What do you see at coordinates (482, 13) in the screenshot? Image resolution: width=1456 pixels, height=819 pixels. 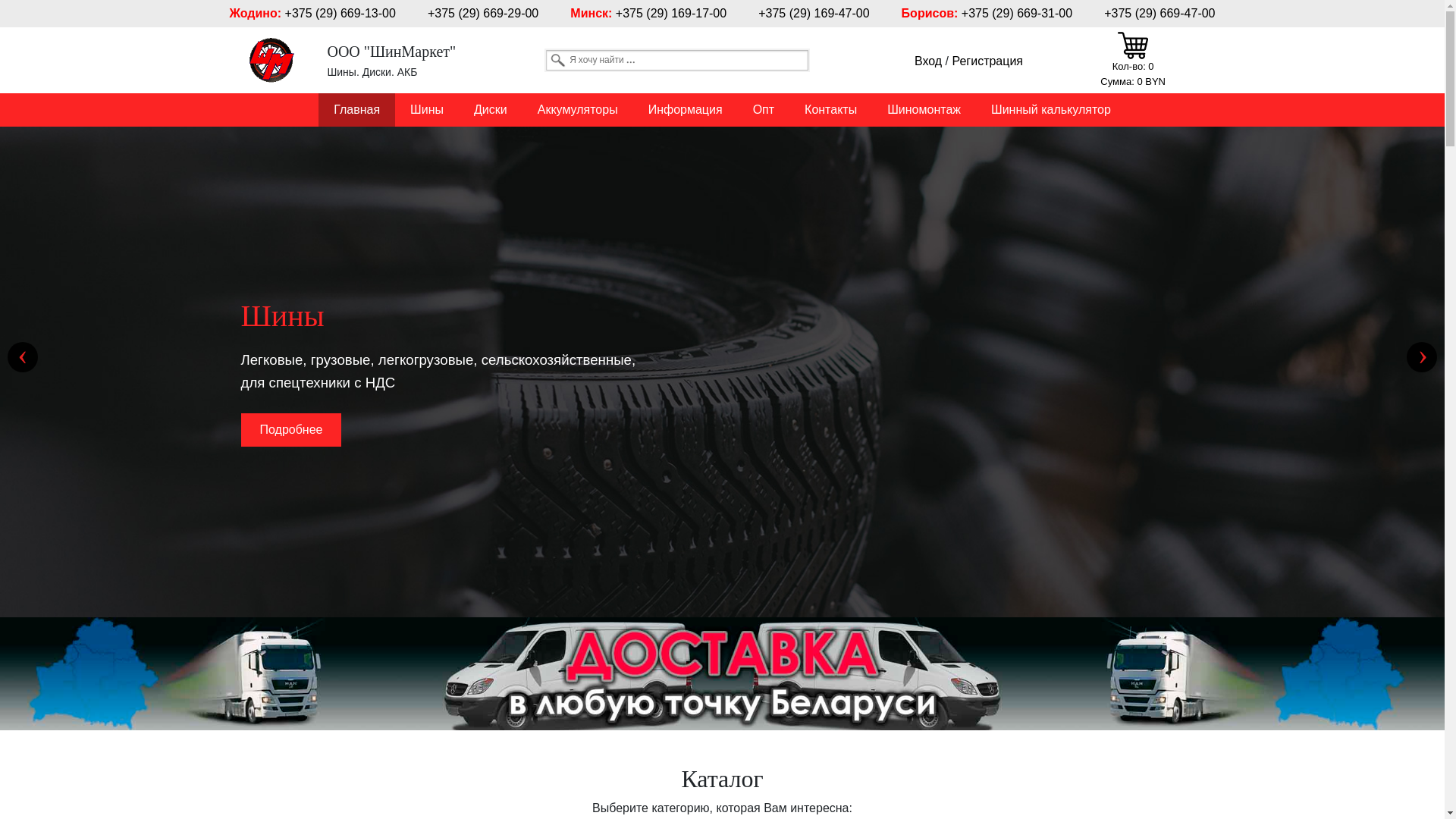 I see `'+375 (29) 669-29-00'` at bounding box center [482, 13].